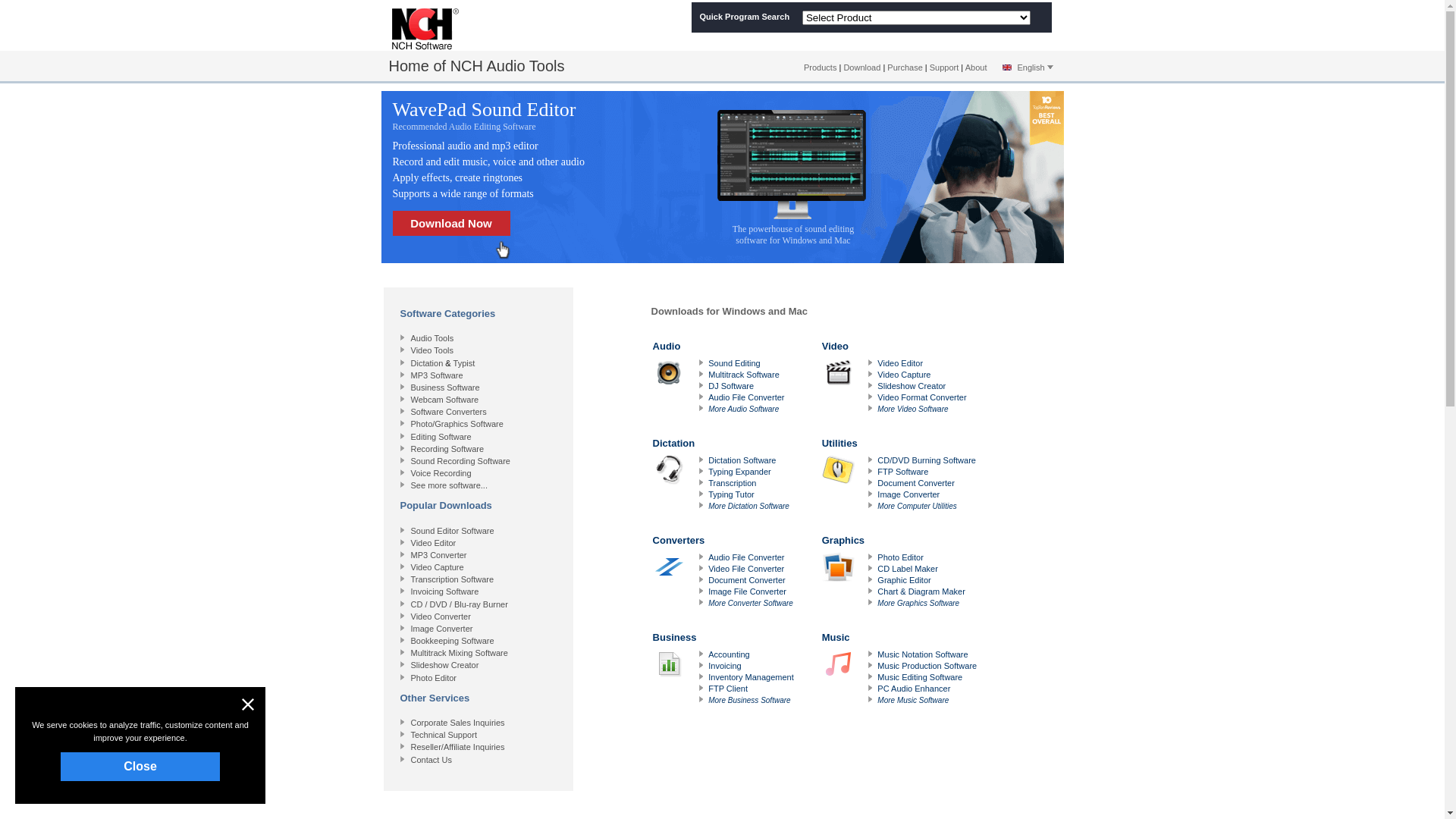 This screenshot has width=1456, height=819. Describe the element at coordinates (743, 374) in the screenshot. I see `'Multitrack Software'` at that location.